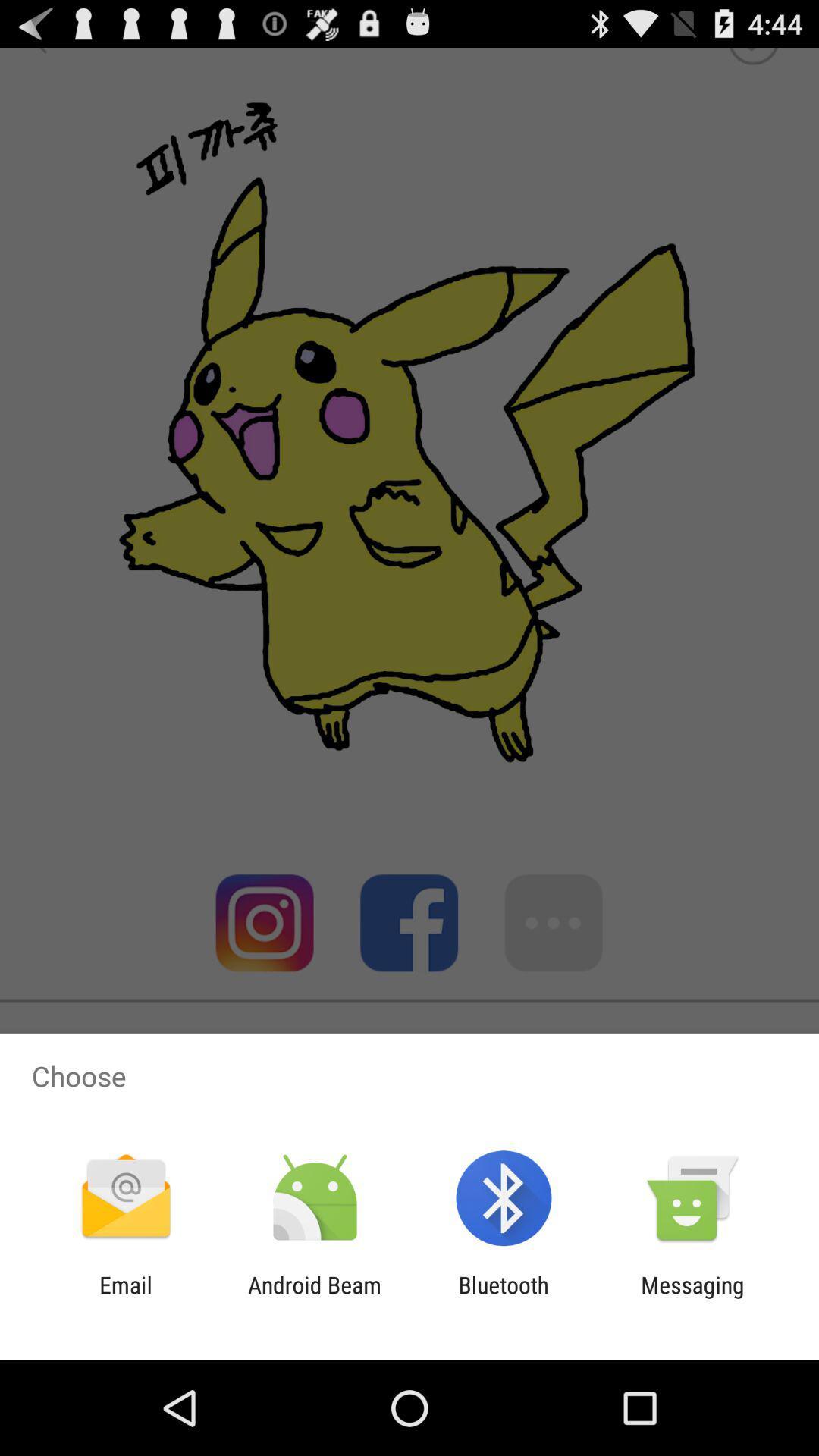  Describe the element at coordinates (314, 1298) in the screenshot. I see `the icon to the right of the email item` at that location.